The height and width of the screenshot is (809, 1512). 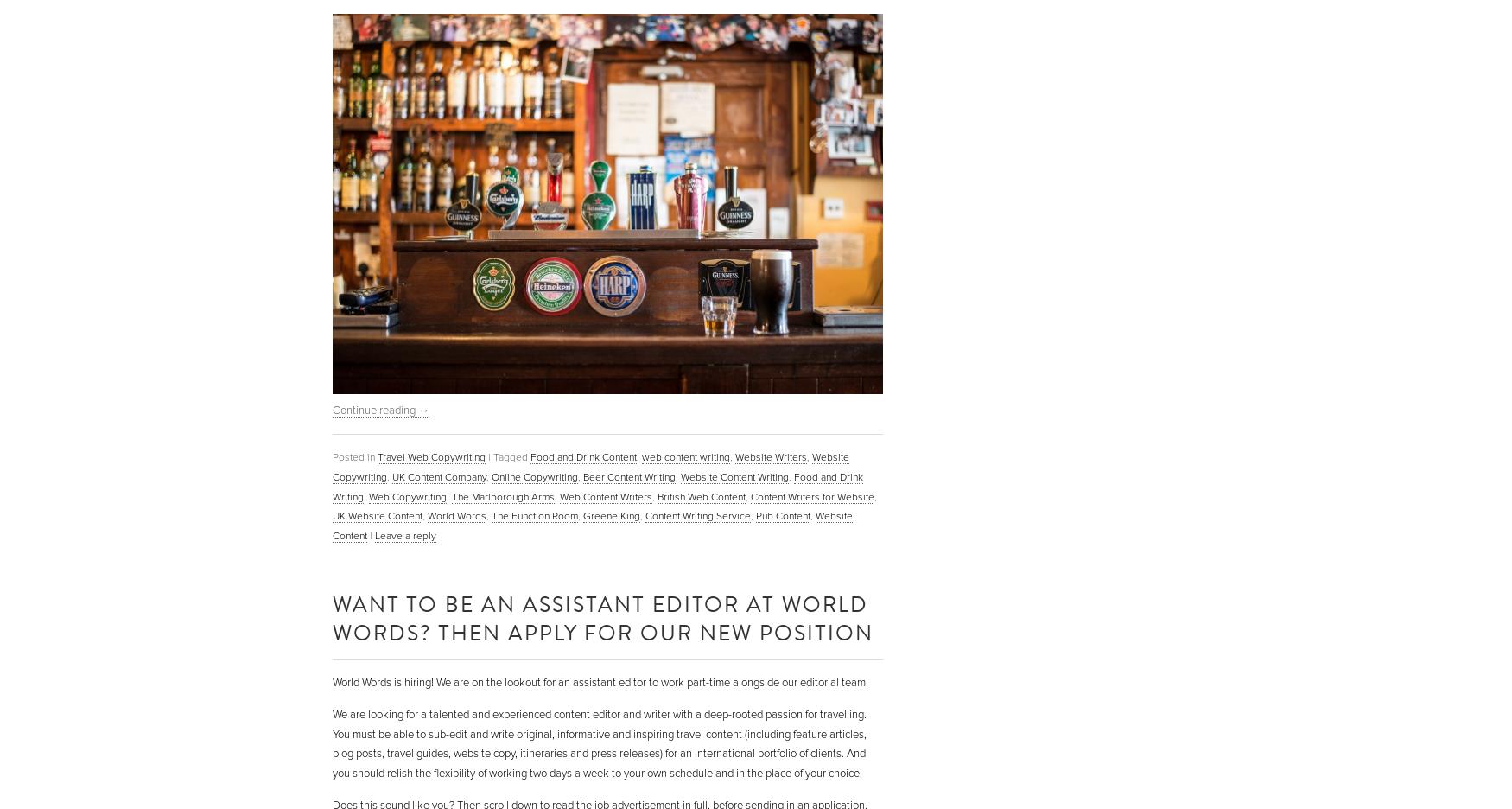 I want to click on 'Leave a reply', so click(x=405, y=536).